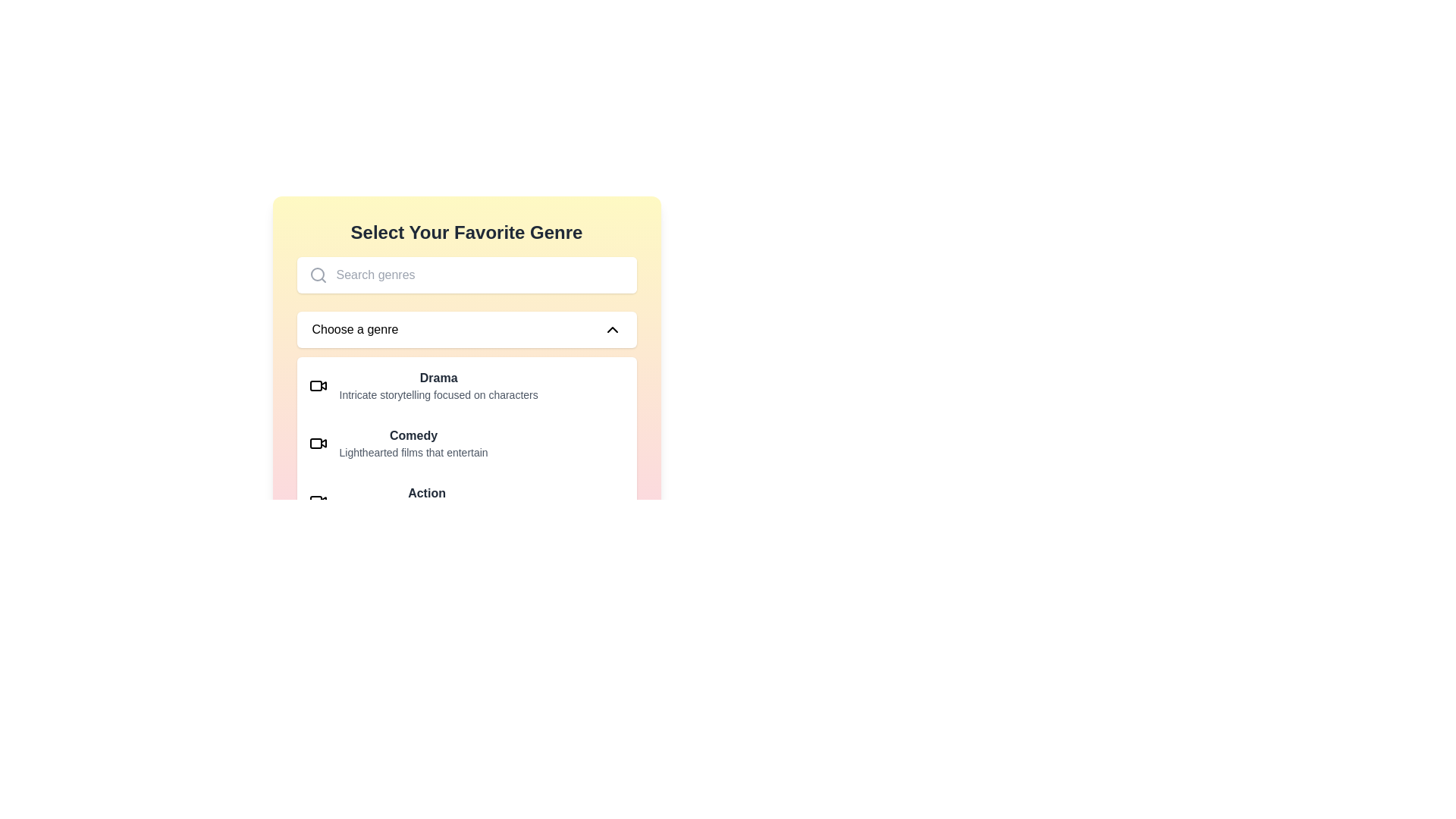 This screenshot has height=819, width=1456. What do you see at coordinates (466, 329) in the screenshot?
I see `the Dropdown trigger element which allows users to select a genre from a list, located below the 'Search genres' input field` at bounding box center [466, 329].